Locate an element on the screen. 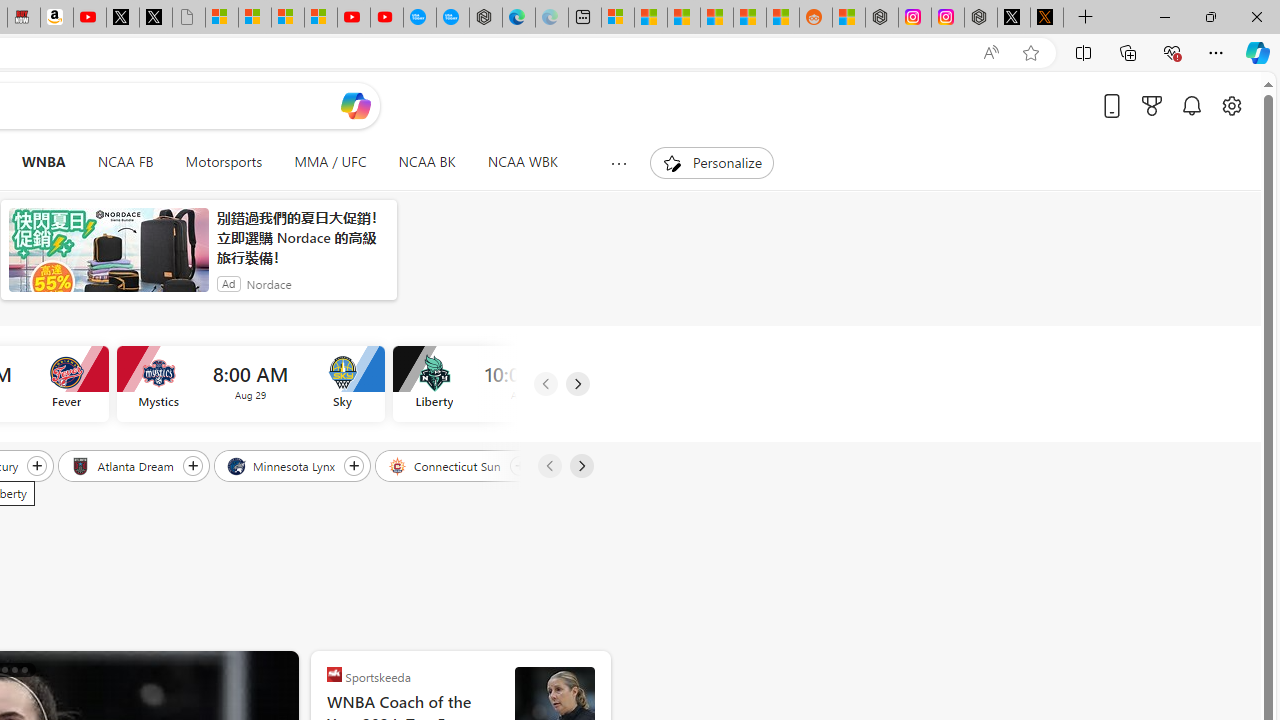  'Shanghai, China Weather trends | Microsoft Weather' is located at coordinates (781, 17).